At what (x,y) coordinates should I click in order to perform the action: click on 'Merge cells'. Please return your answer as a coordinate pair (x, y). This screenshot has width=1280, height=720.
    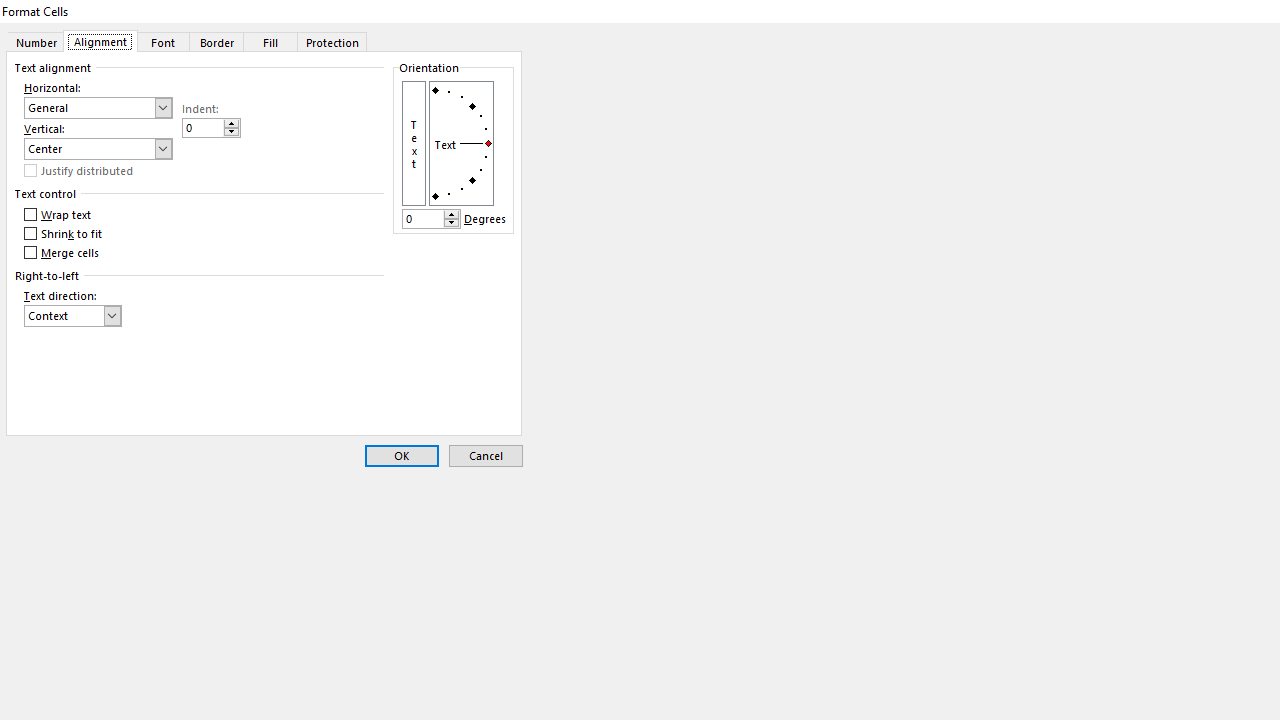
    Looking at the image, I should click on (63, 251).